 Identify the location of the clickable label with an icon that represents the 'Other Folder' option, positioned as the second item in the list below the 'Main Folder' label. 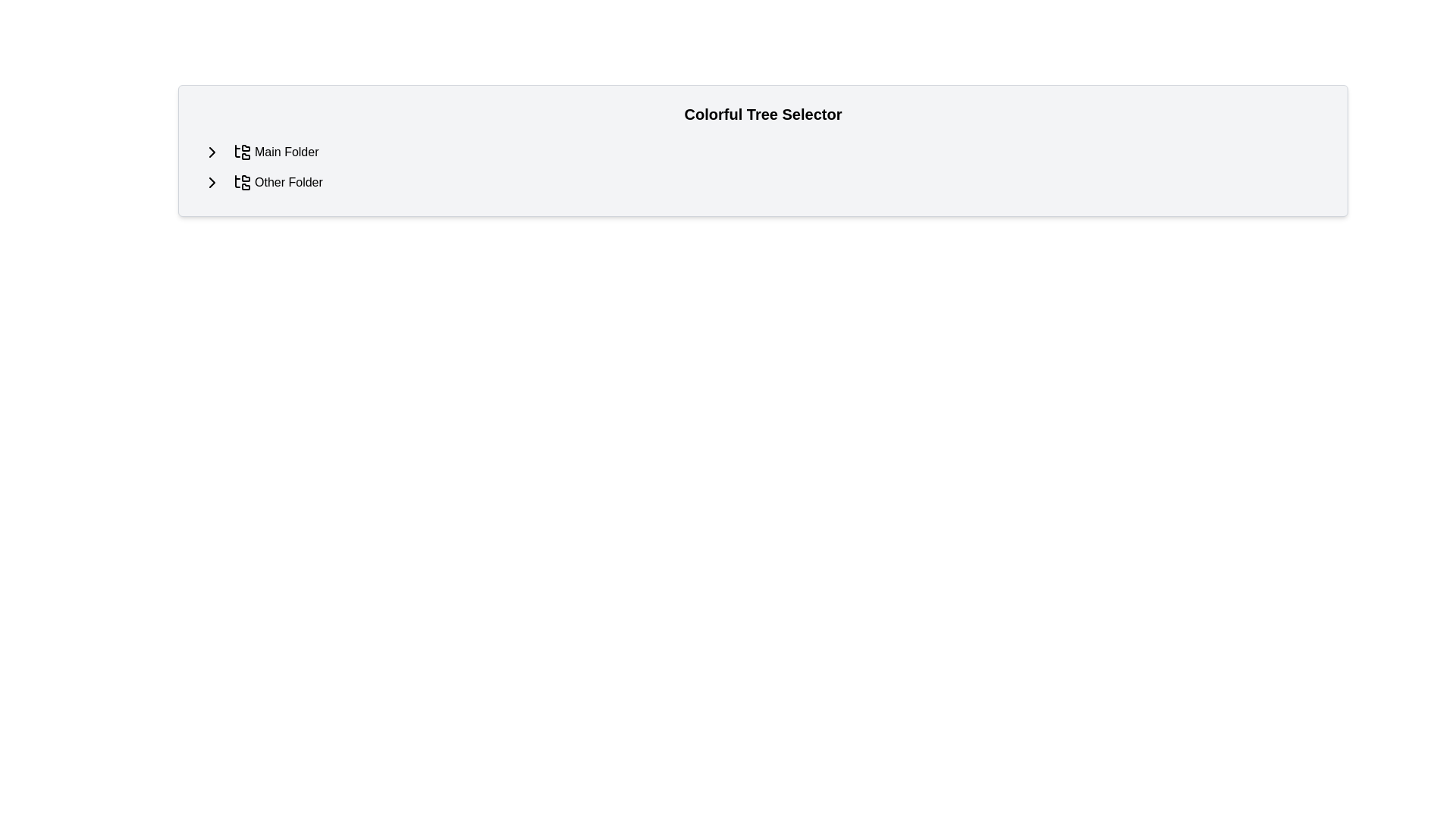
(278, 181).